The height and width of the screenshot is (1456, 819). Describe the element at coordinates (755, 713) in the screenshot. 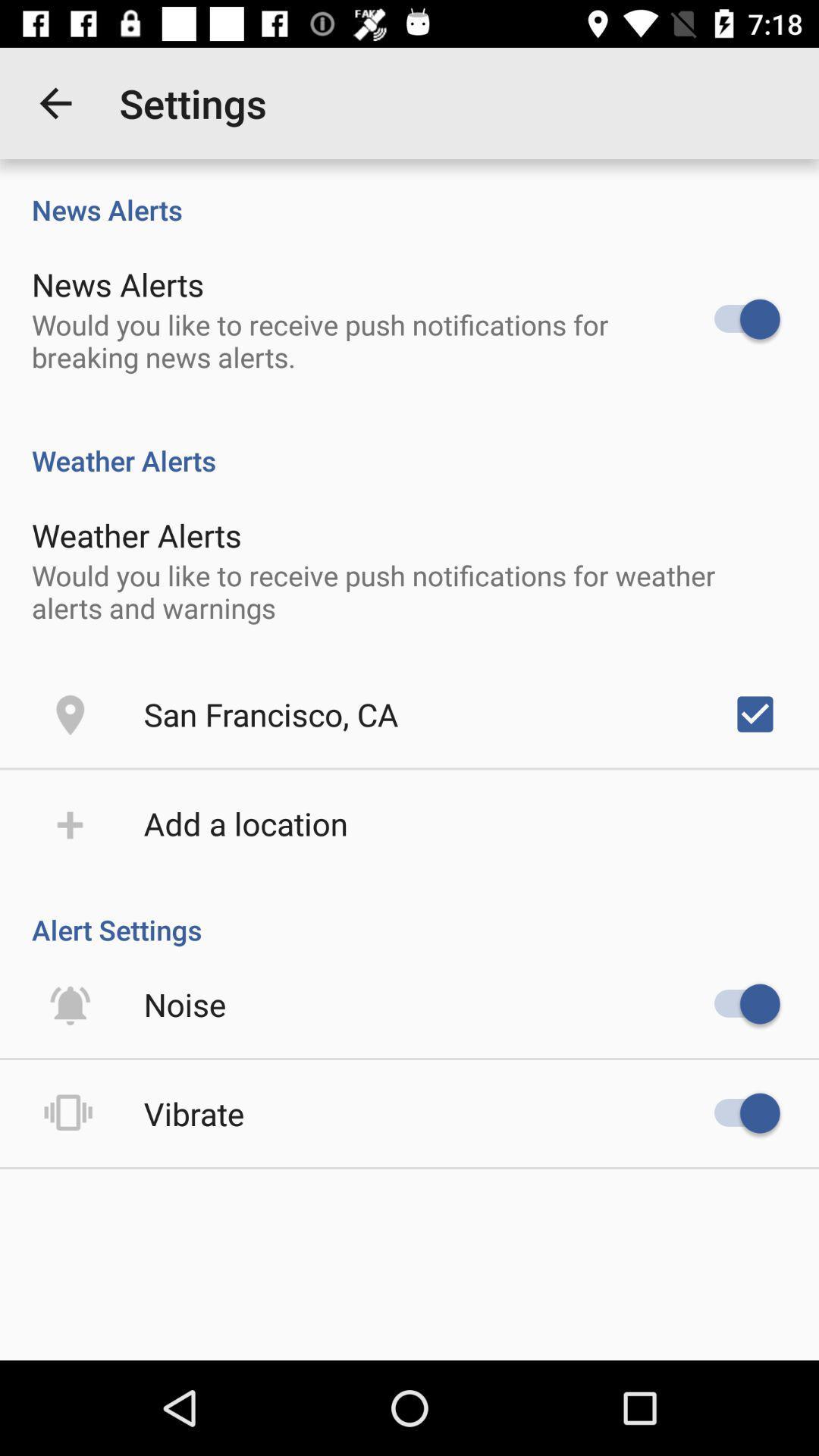

I see `the icon on the right` at that location.